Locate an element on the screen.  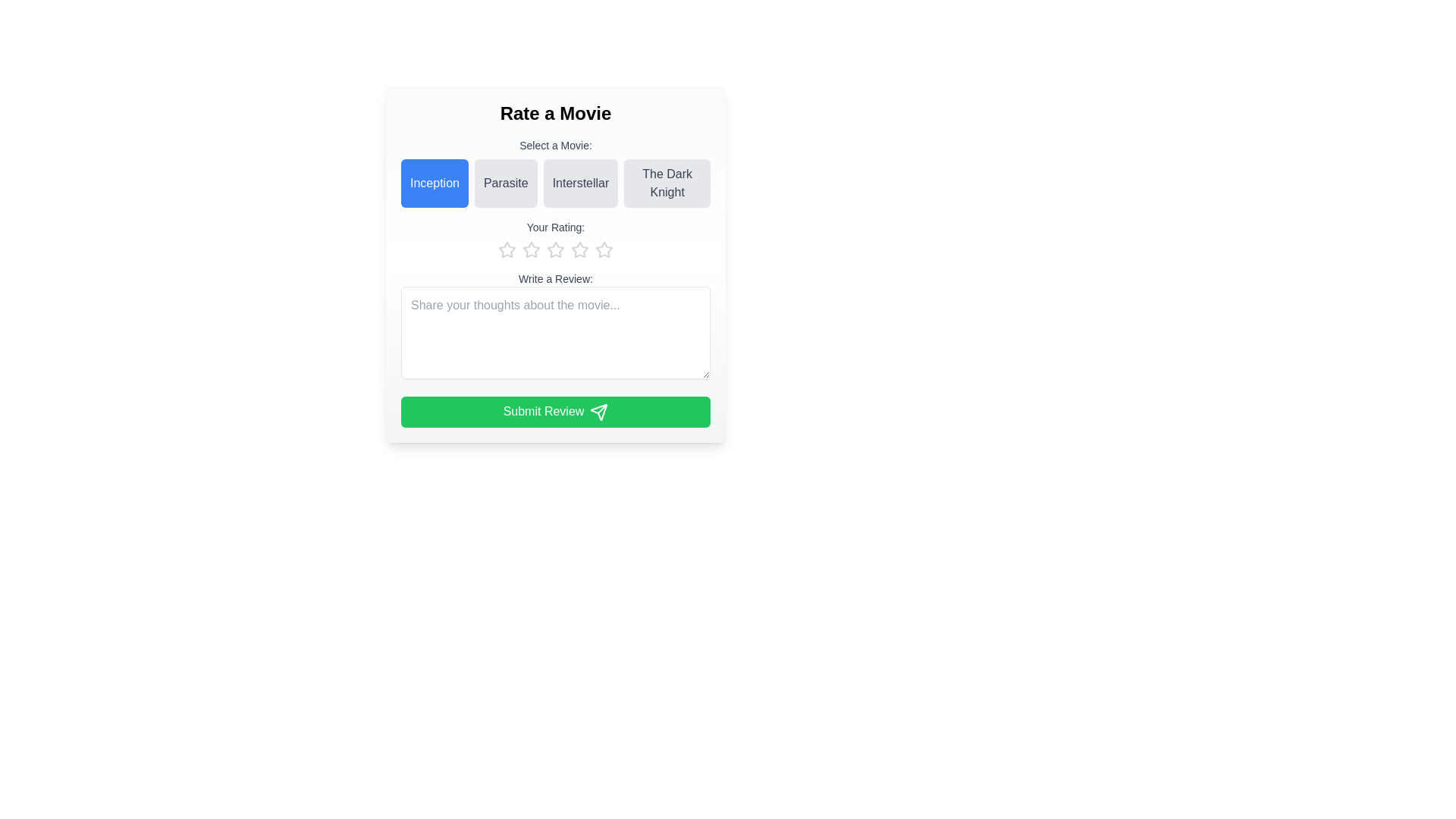
the text label or heading that serves as the title for the form, located at the top-center of the form layout, just above the 'Select a Movie:' section is located at coordinates (555, 113).